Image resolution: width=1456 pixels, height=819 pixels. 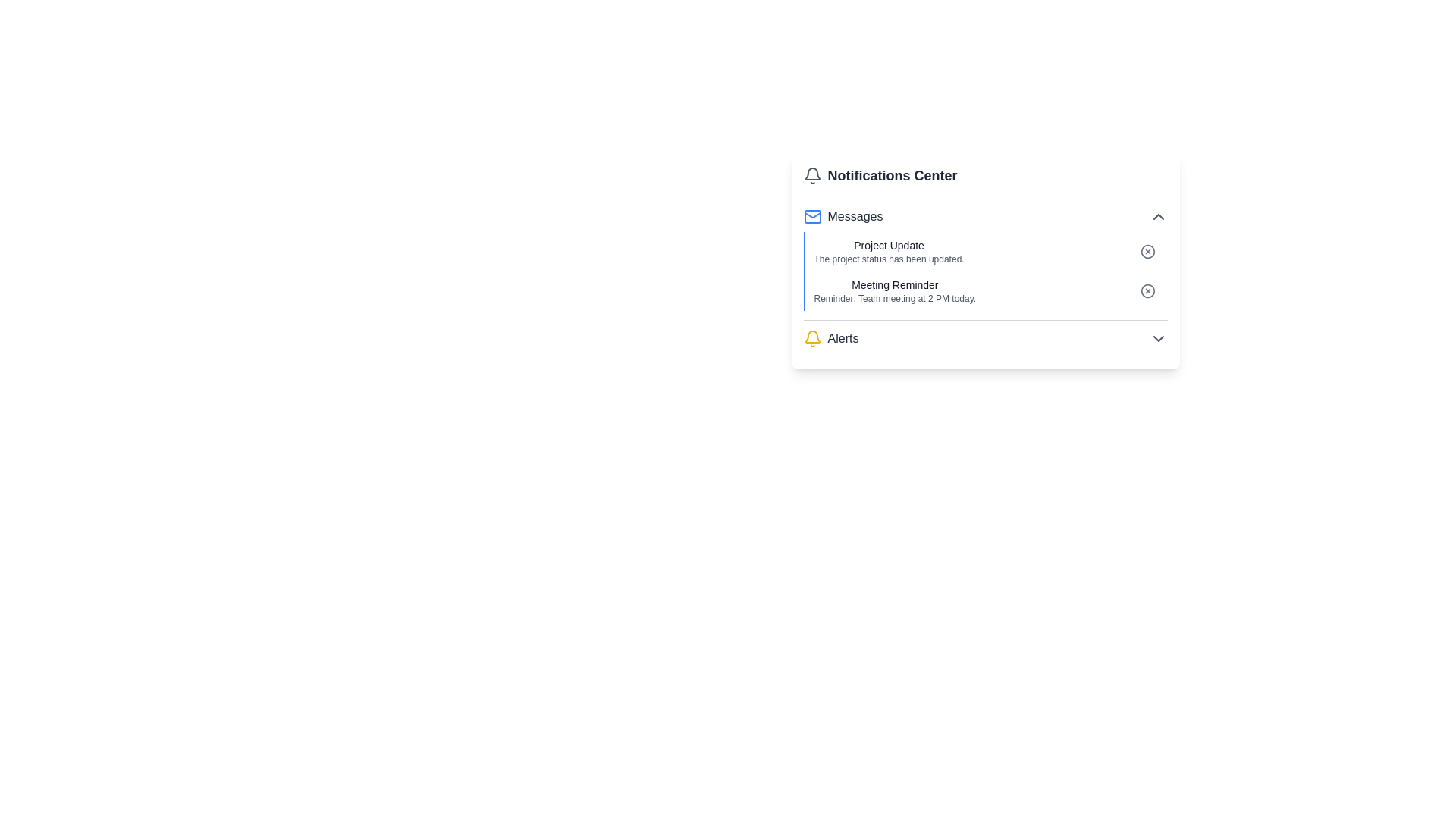 I want to click on text block labeled 'Project Update' in the Notifications Center to get the update, so click(x=889, y=250).